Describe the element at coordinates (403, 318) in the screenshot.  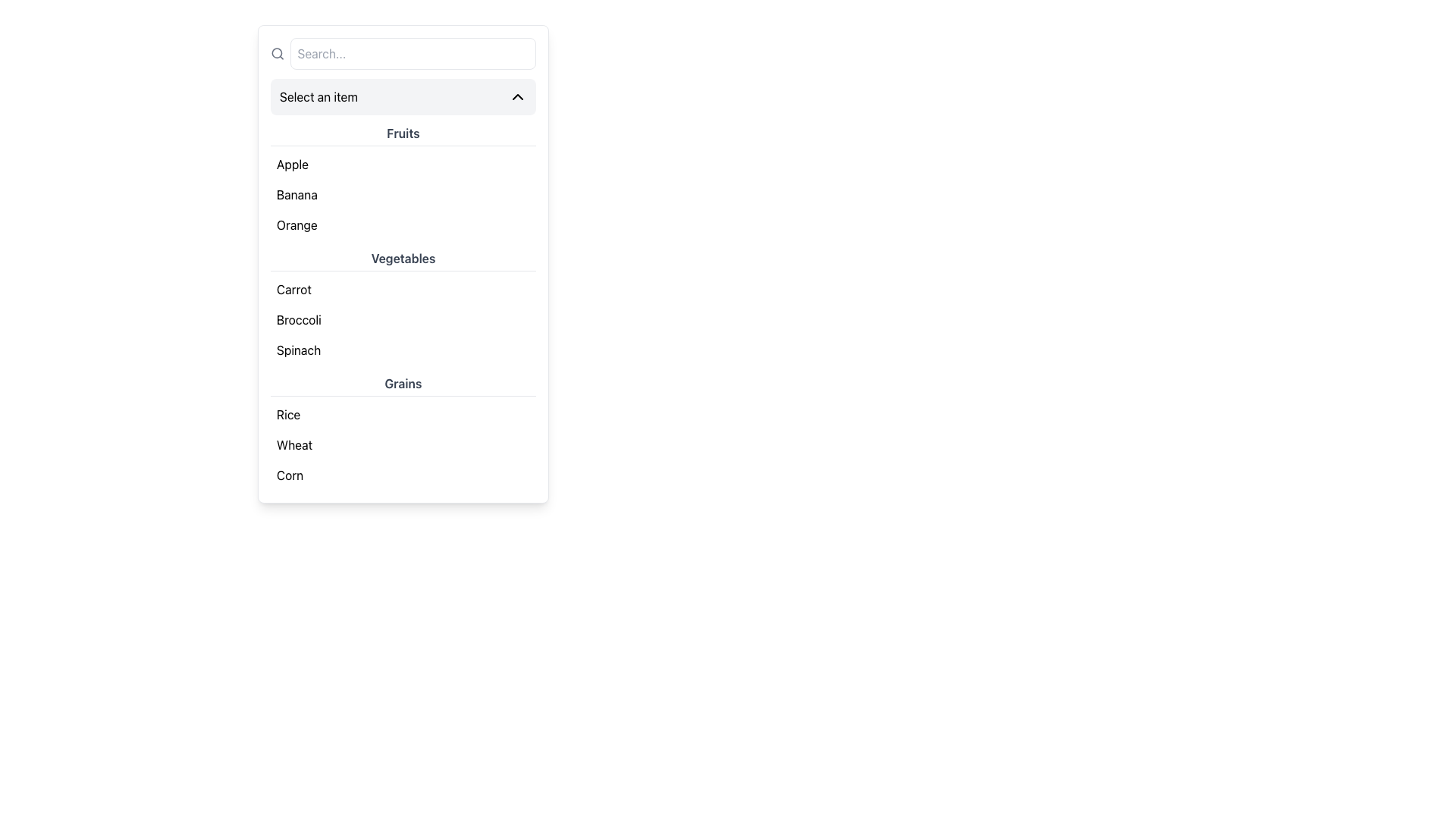
I see `the 'Broccoli' list item in the 'Vegetables' section` at that location.